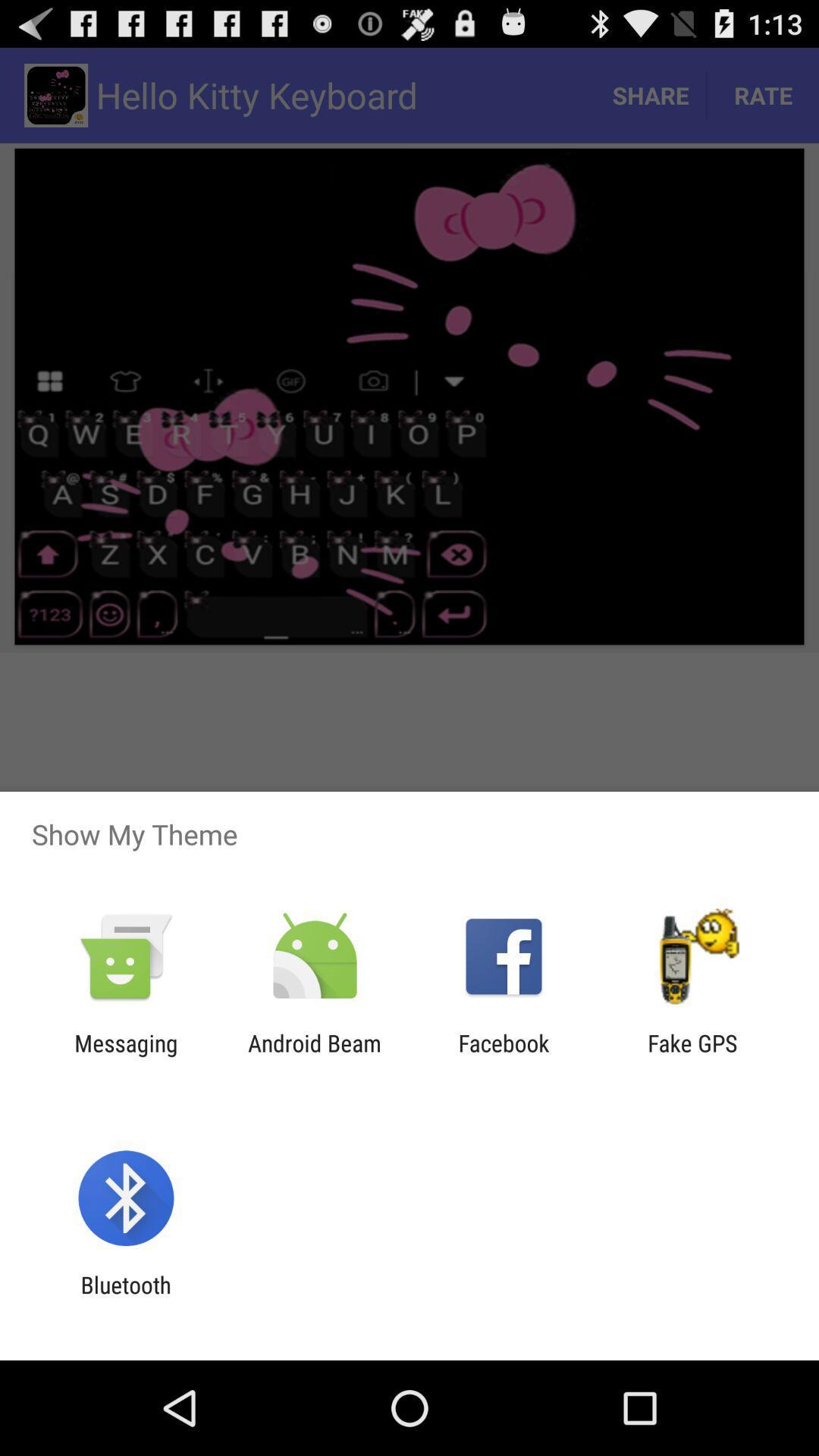 Image resolution: width=819 pixels, height=1456 pixels. Describe the element at coordinates (504, 1056) in the screenshot. I see `facebook item` at that location.